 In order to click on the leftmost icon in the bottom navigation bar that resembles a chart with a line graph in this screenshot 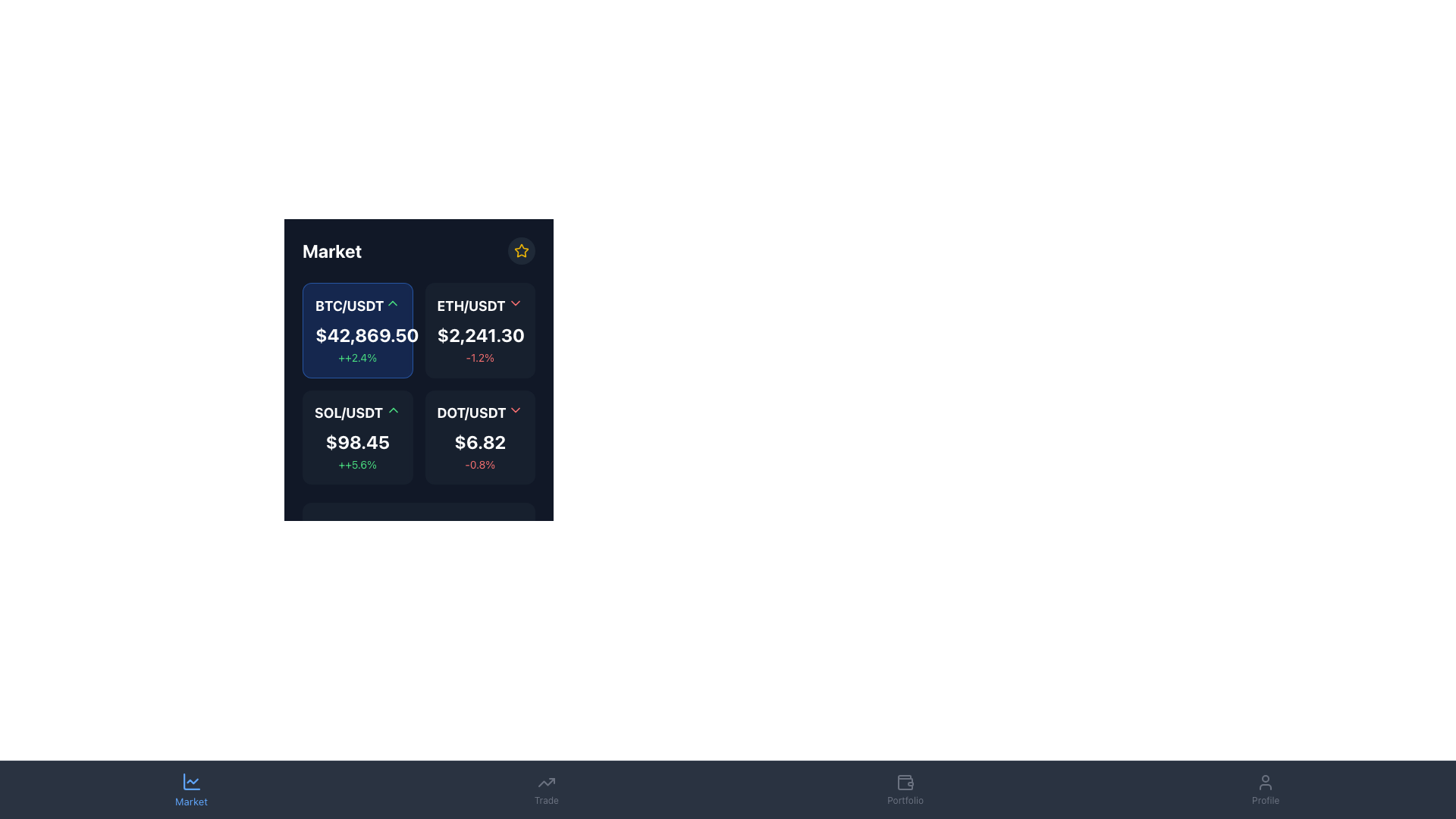, I will do `click(190, 781)`.